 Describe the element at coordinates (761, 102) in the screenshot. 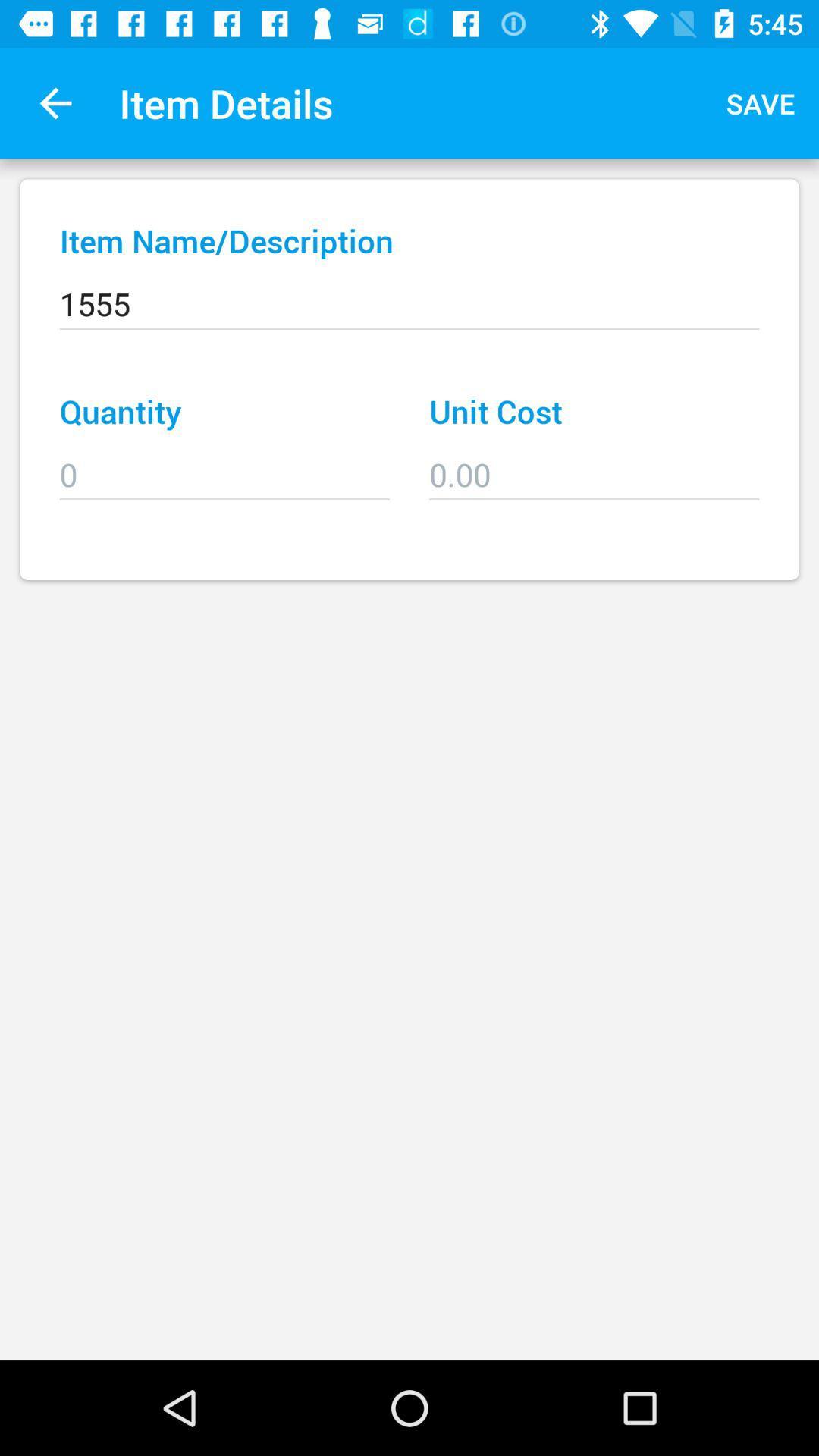

I see `the save item` at that location.